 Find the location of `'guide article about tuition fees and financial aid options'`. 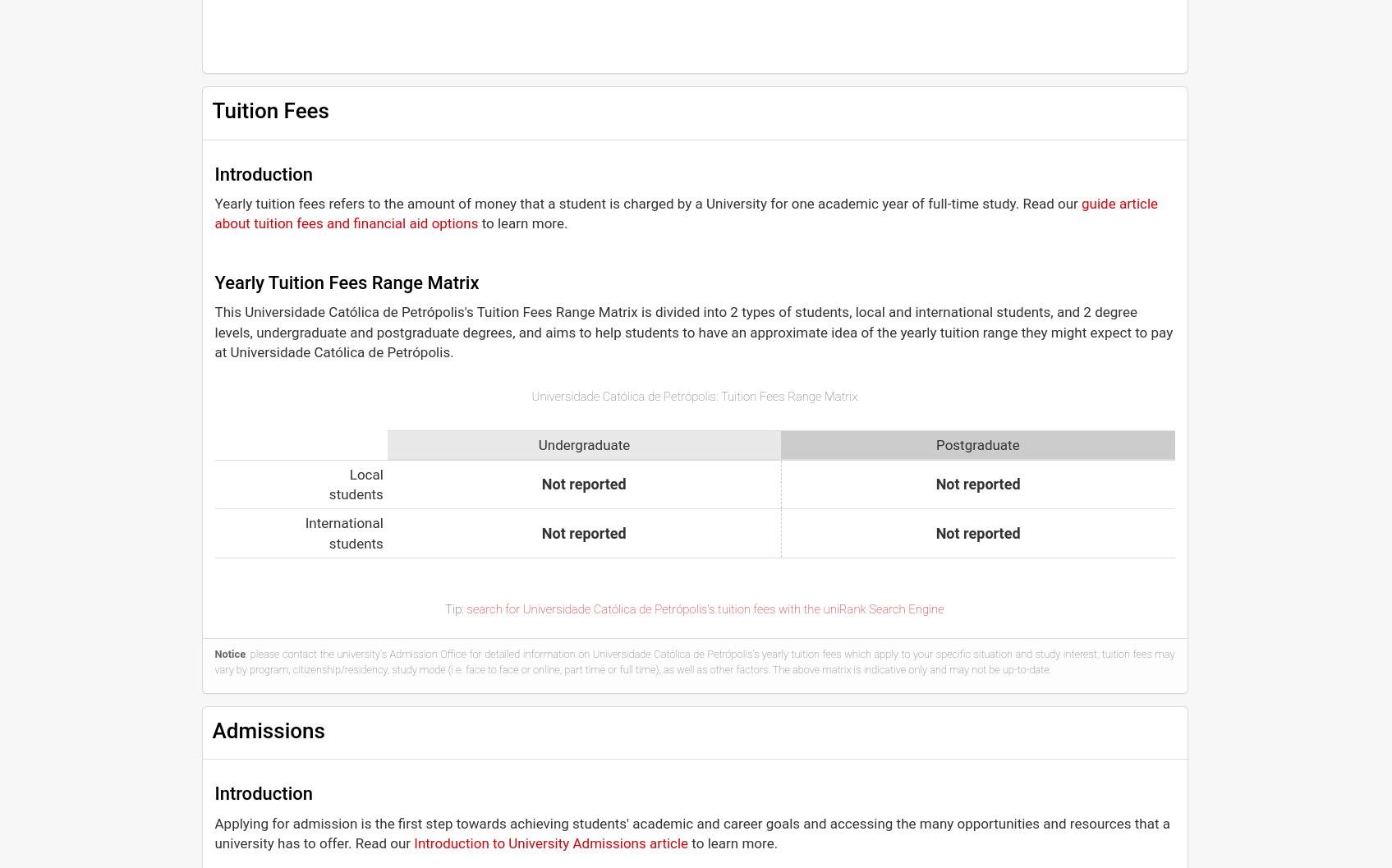

'guide article about tuition fees and financial aid options' is located at coordinates (686, 212).